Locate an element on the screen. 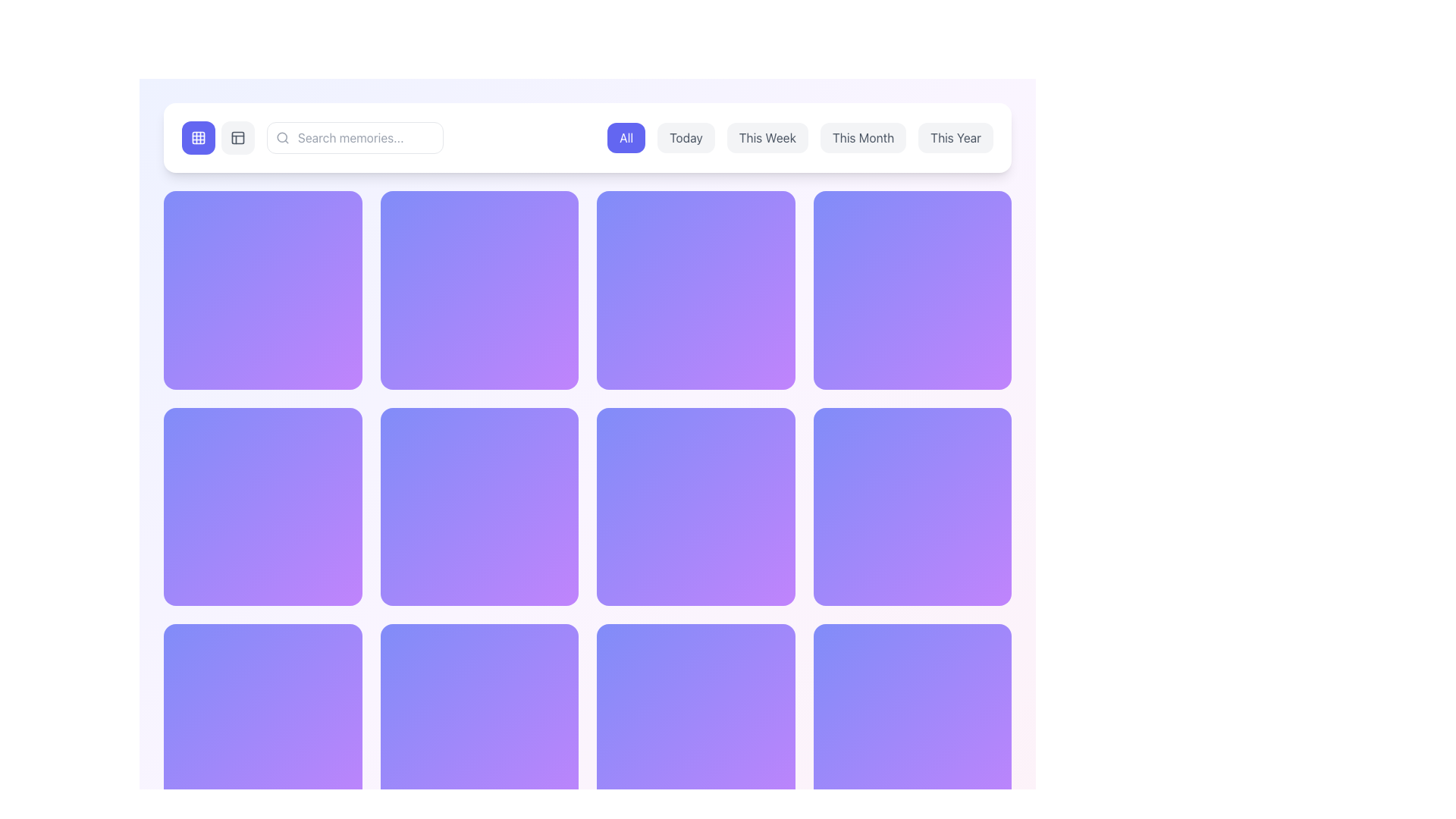 Image resolution: width=1456 pixels, height=819 pixels. the square tile with a gradient background transitioning from indigo to purple is located at coordinates (479, 290).